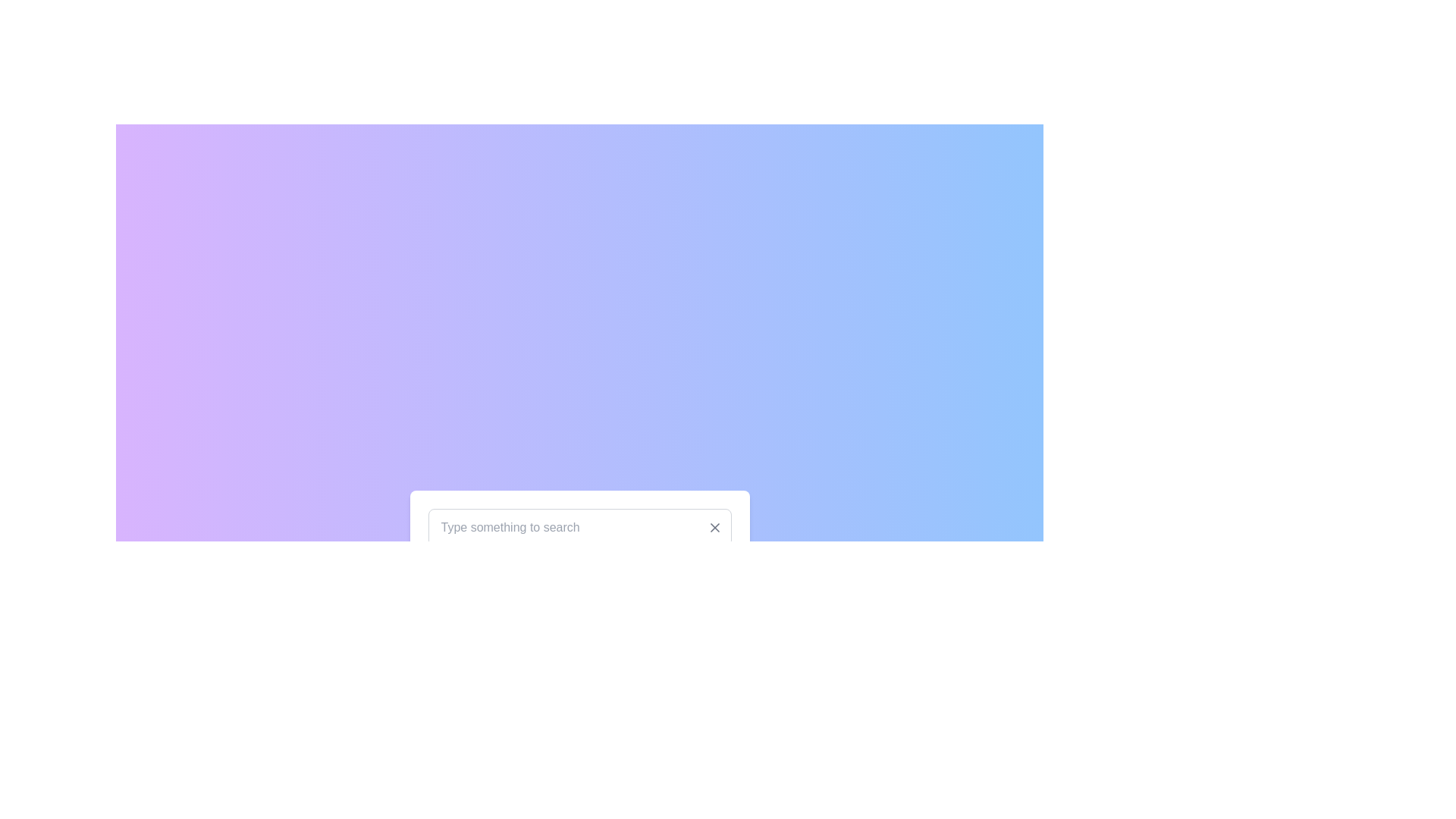 This screenshot has width=1456, height=819. What do you see at coordinates (714, 526) in the screenshot?
I see `the clear button positioned at the rightmost end of the search input field to clear the text entered in the field` at bounding box center [714, 526].